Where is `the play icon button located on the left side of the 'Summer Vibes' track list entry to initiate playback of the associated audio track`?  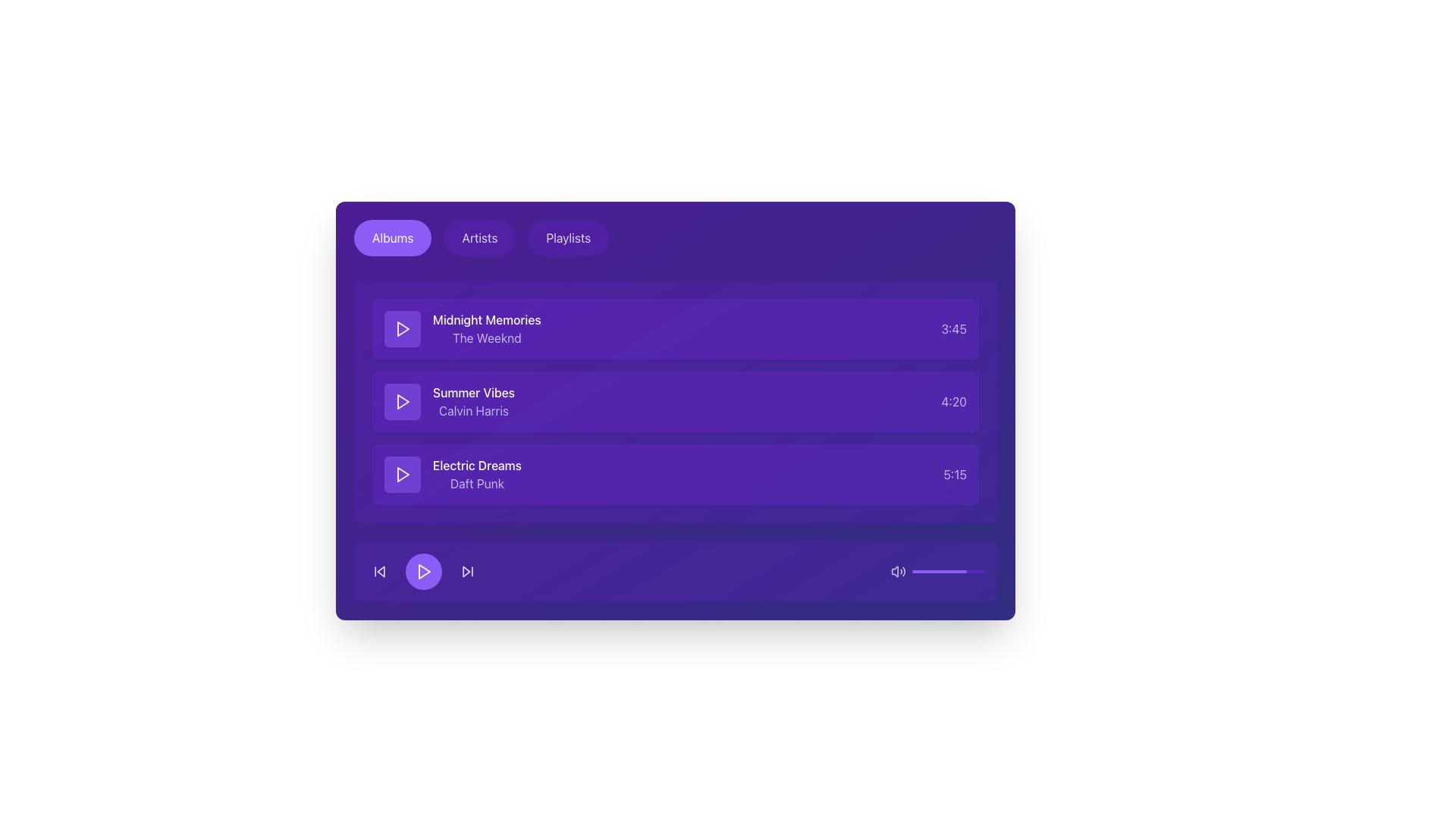
the play icon button located on the left side of the 'Summer Vibes' track list entry to initiate playback of the associated audio track is located at coordinates (403, 400).